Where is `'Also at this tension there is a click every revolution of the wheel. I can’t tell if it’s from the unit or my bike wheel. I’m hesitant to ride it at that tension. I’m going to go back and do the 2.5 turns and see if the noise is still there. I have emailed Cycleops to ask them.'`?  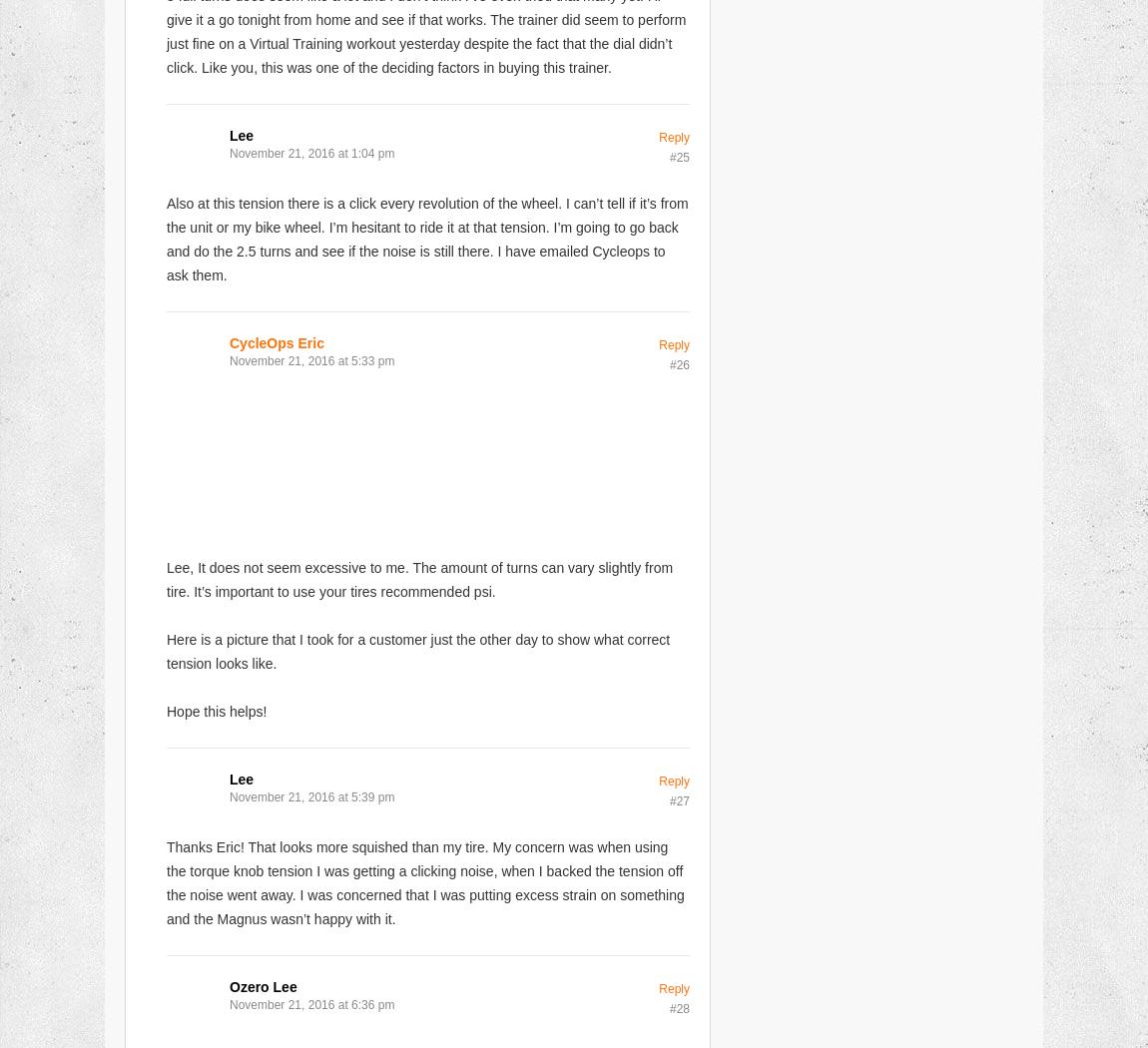
'Also at this tension there is a click every revolution of the wheel. I can’t tell if it’s from the unit or my bike wheel. I’m hesitant to ride it at that tension. I’m going to go back and do the 2.5 turns and see if the noise is still there. I have emailed Cycleops to ask them.' is located at coordinates (427, 238).